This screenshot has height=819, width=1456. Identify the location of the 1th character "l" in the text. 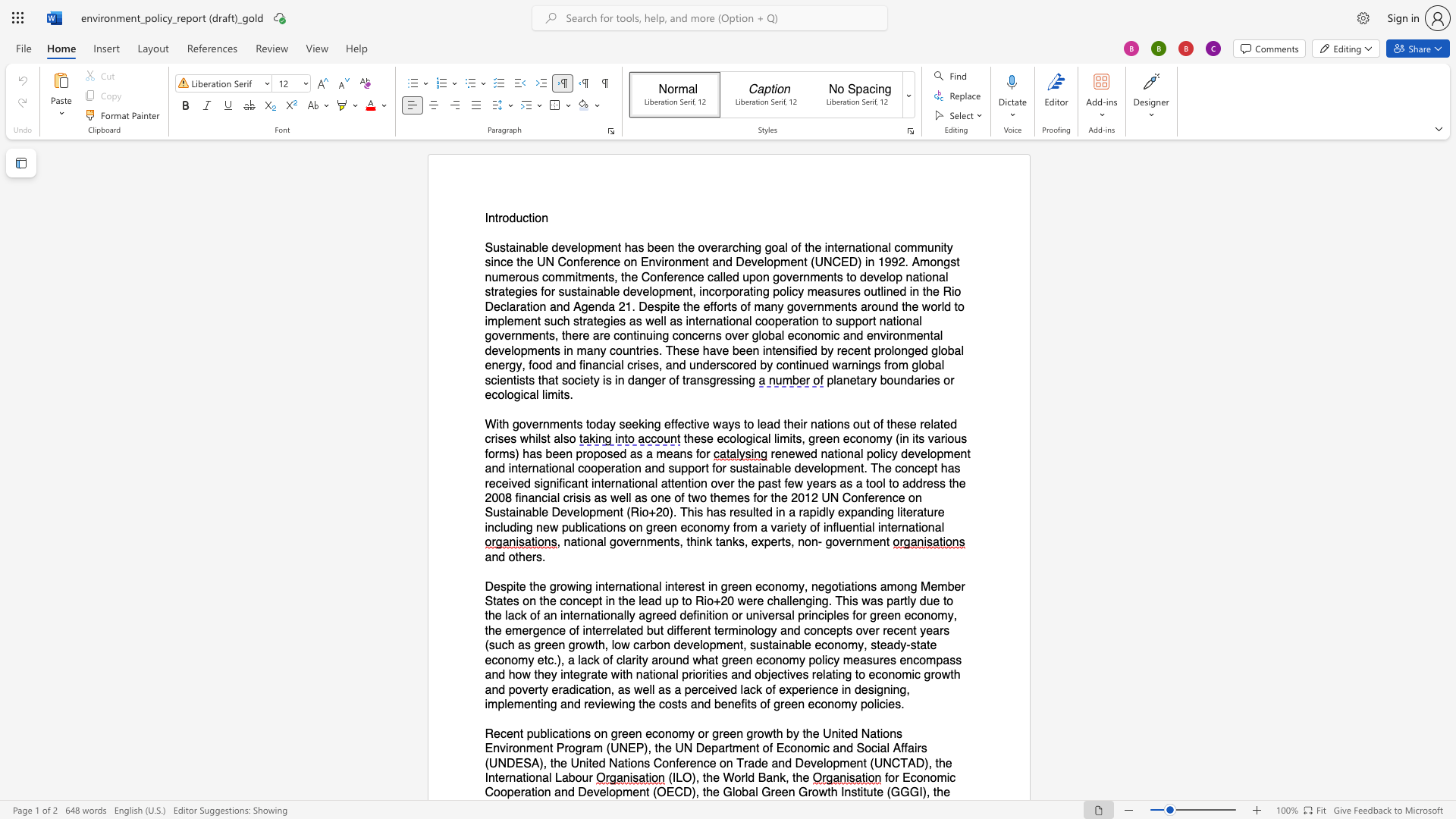
(660, 585).